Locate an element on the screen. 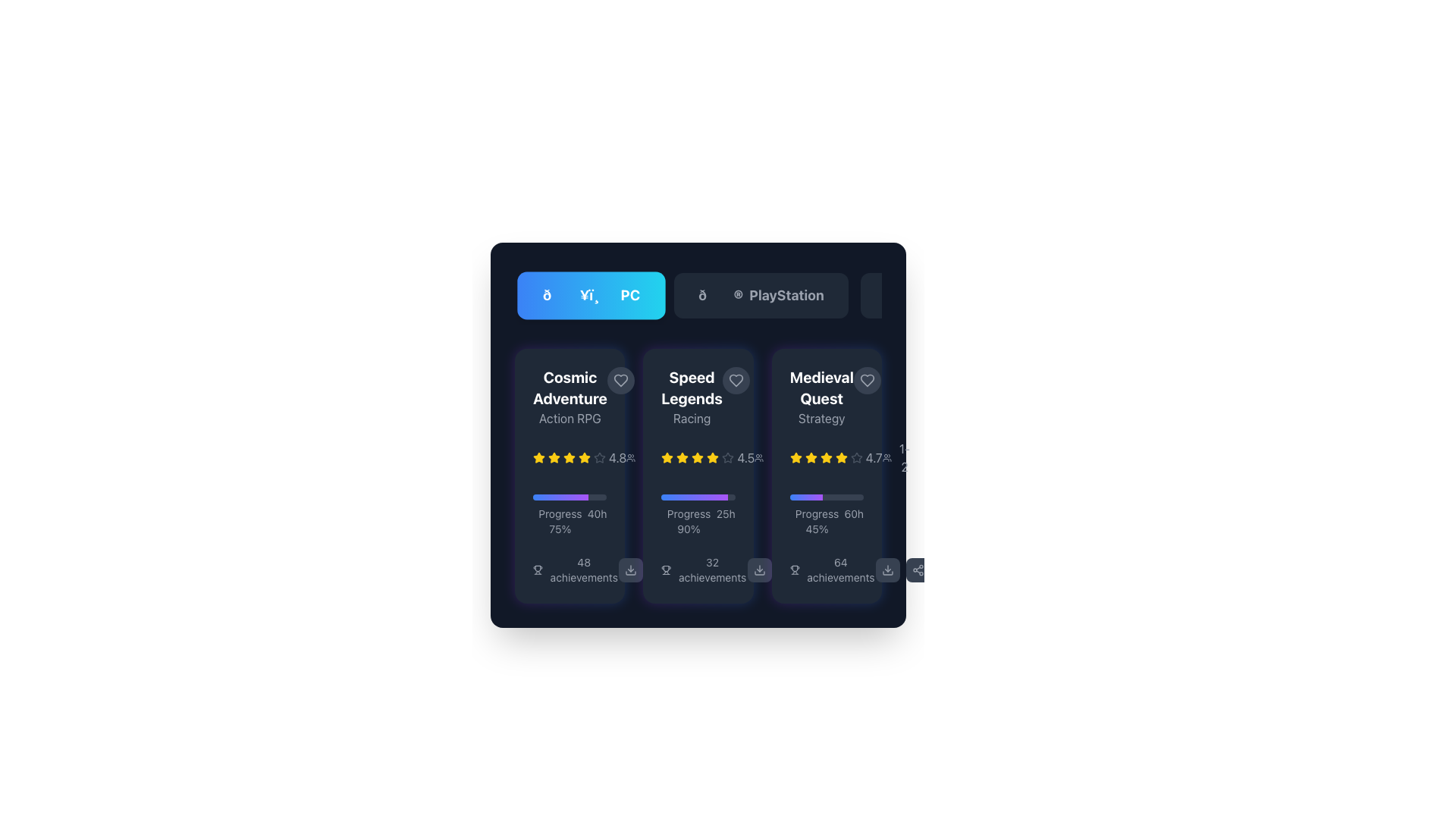 This screenshot has height=819, width=1456. the third SVG-based rating star icon representing part of a 4.5-star rating for the game 'Speed Legends', located beneath the game's title and above the progress bar is located at coordinates (682, 457).